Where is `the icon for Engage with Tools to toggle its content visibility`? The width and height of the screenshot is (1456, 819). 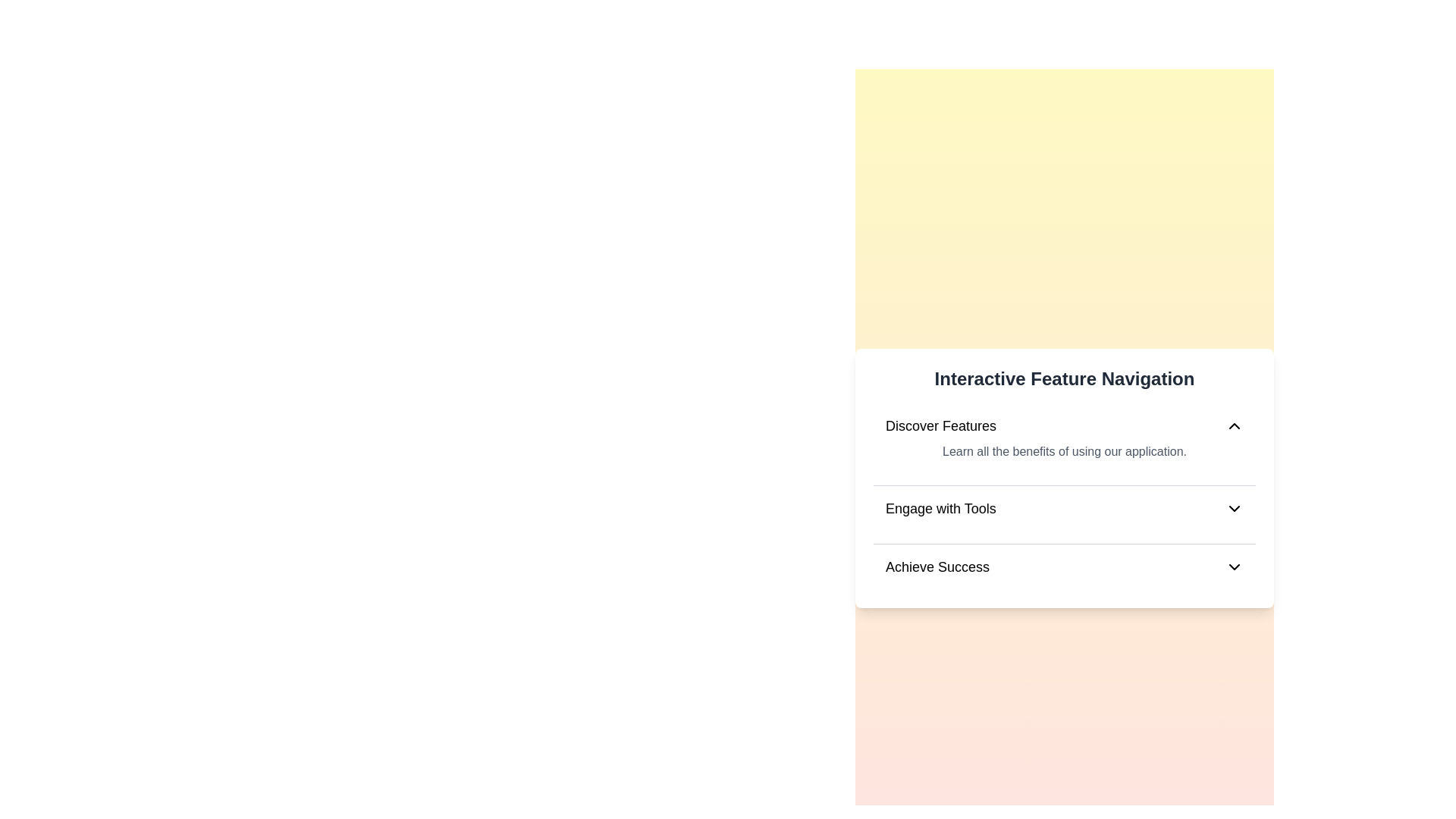
the icon for Engage with Tools to toggle its content visibility is located at coordinates (1234, 509).